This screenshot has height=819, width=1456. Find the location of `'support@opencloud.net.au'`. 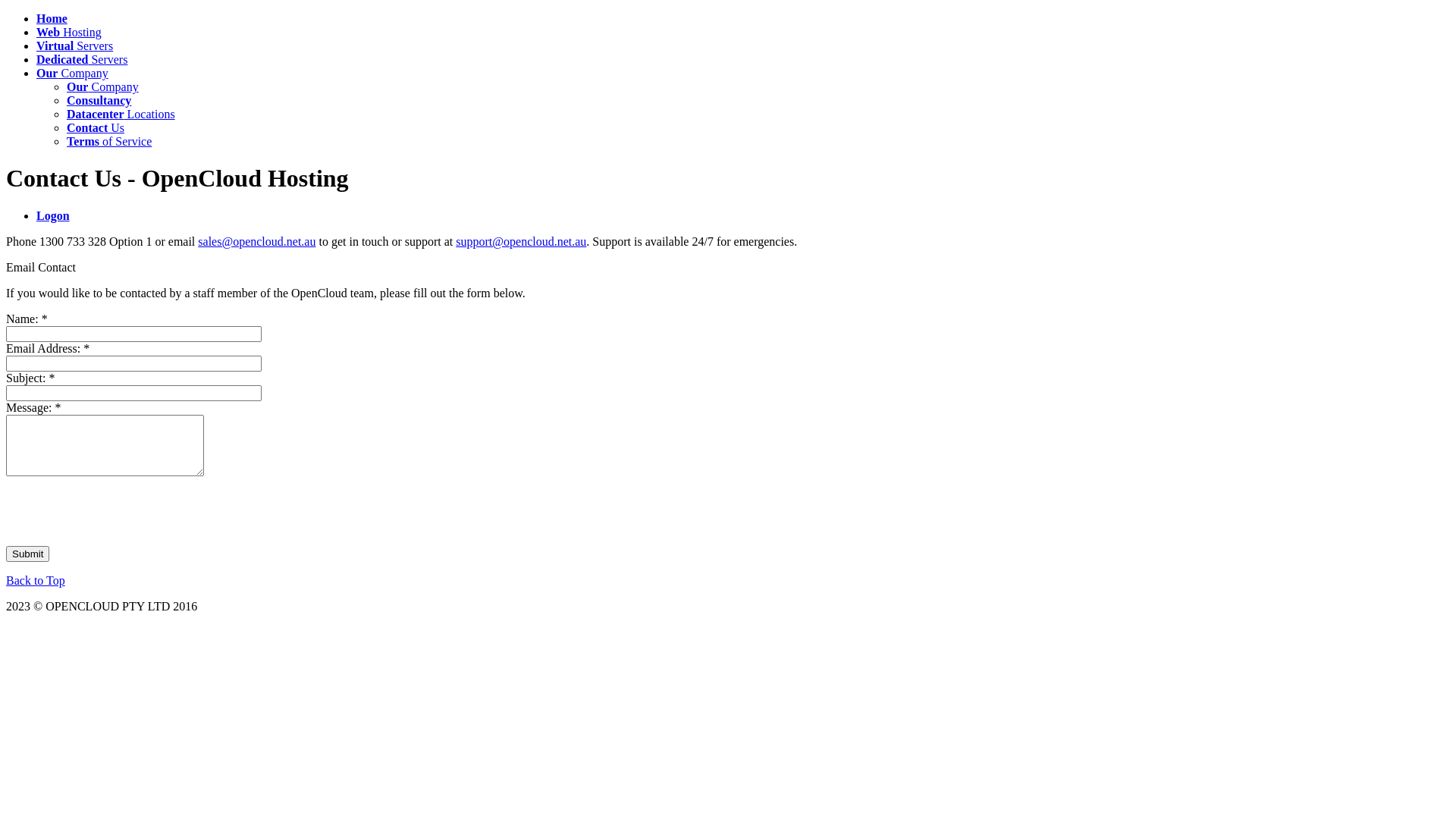

'support@opencloud.net.au' is located at coordinates (520, 240).